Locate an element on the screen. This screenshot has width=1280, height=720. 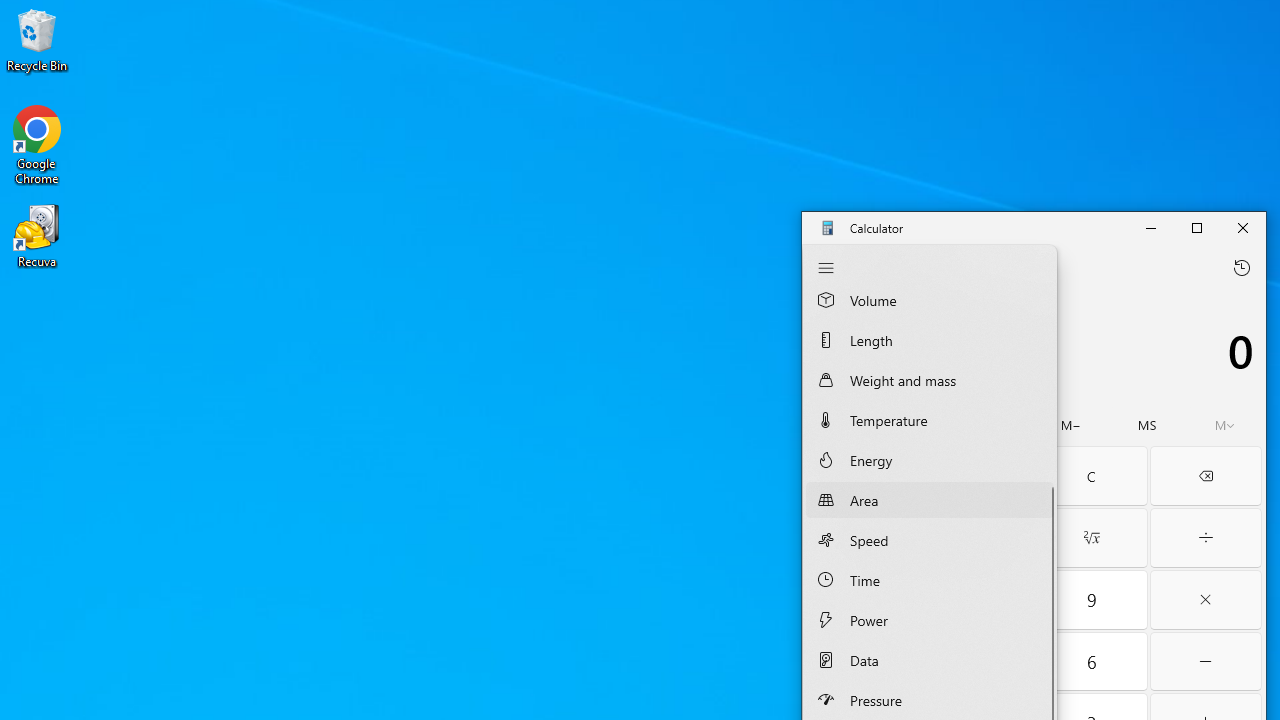
'Pressure Converter' is located at coordinates (928, 698).